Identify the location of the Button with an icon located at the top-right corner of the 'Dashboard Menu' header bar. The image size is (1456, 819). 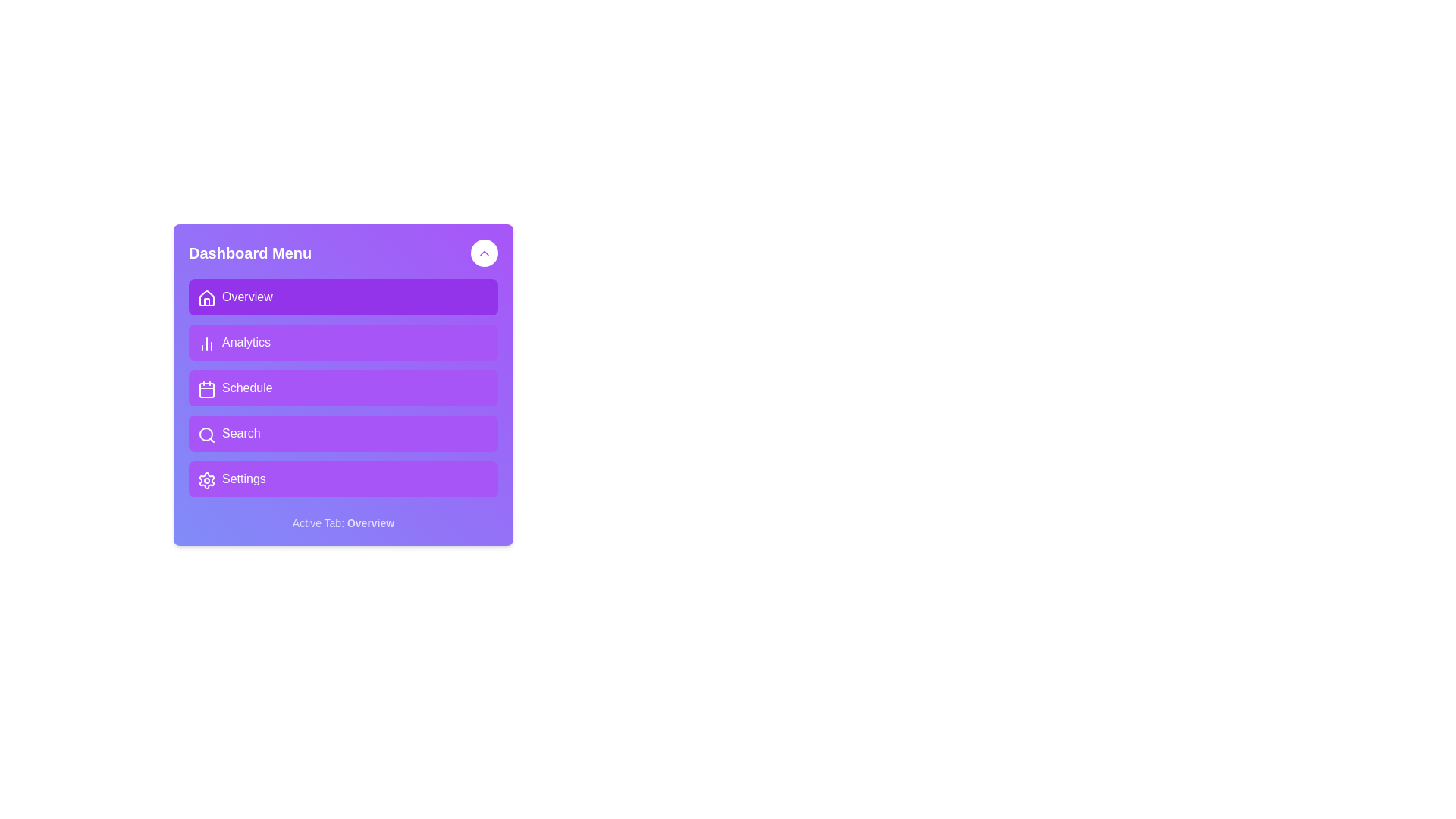
(483, 253).